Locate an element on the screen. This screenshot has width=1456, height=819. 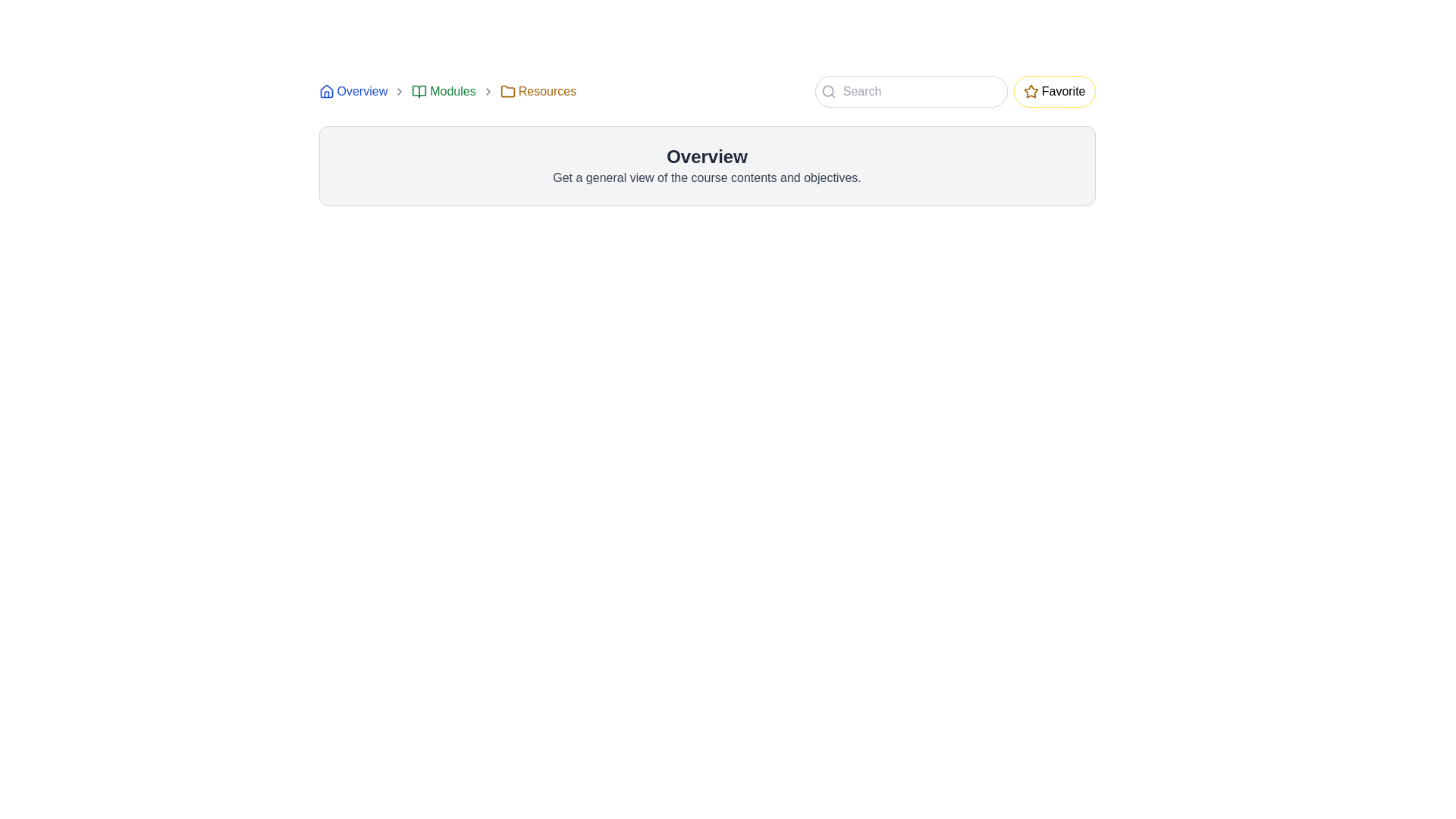
the folder icon in the breadcrumb navigation bar, which is light brown and positioned between the 'Modules' and 'Resources' text is located at coordinates (507, 91).